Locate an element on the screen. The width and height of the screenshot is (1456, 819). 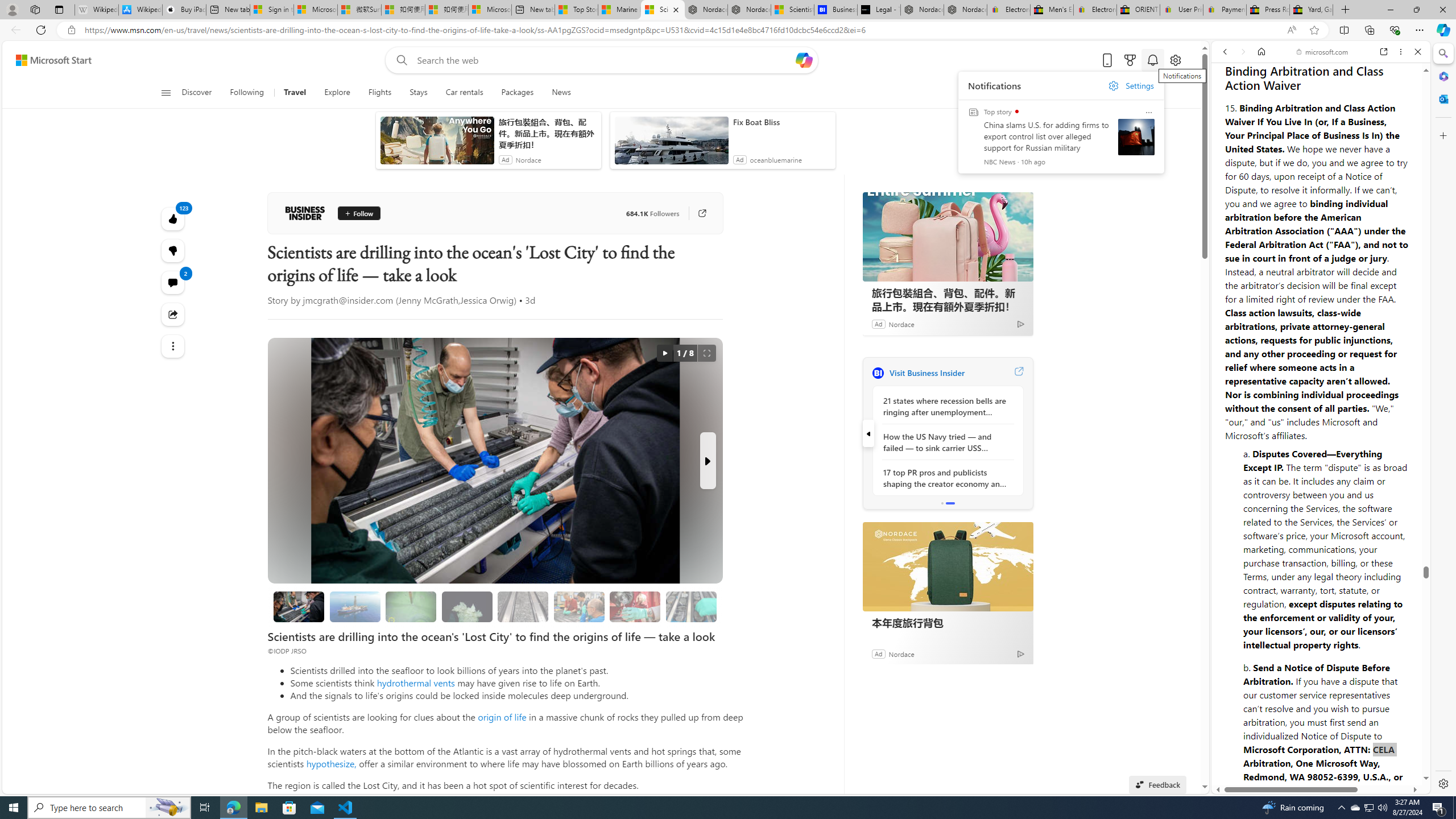
'Yard, Garden & Outdoor Living' is located at coordinates (1310, 9).